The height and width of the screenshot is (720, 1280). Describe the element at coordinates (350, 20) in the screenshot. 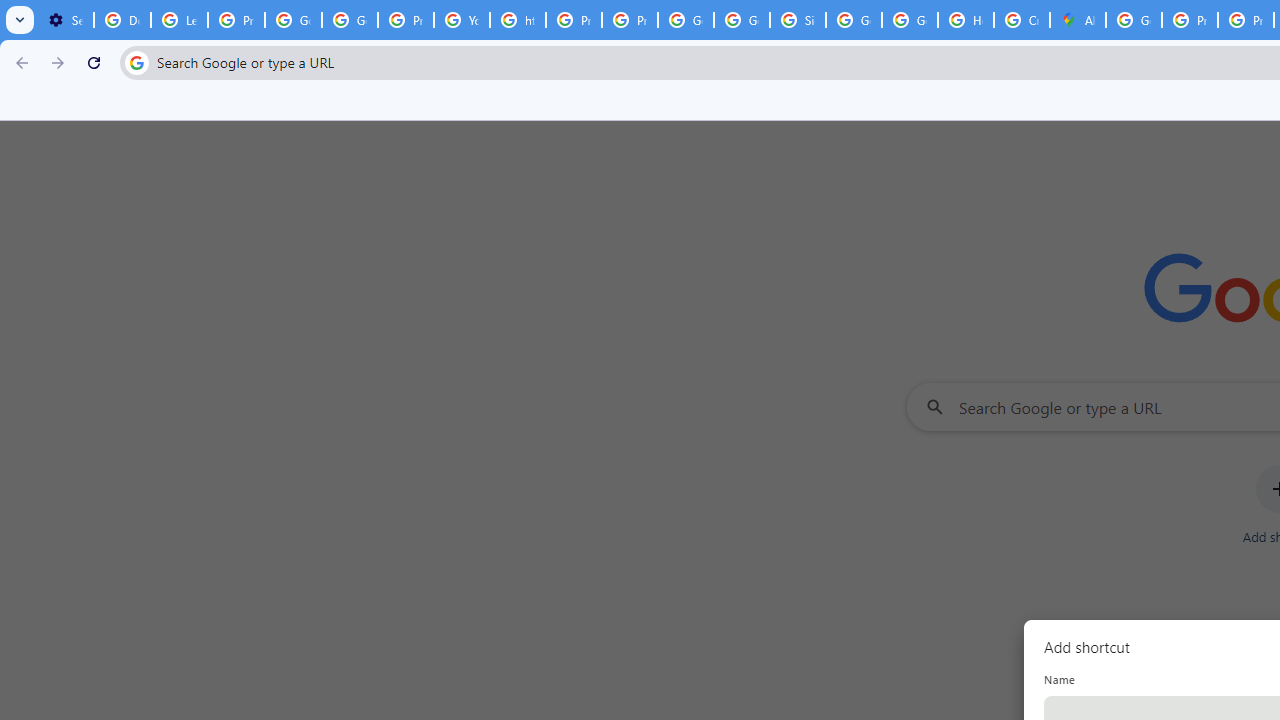

I see `'Google Account Help'` at that location.